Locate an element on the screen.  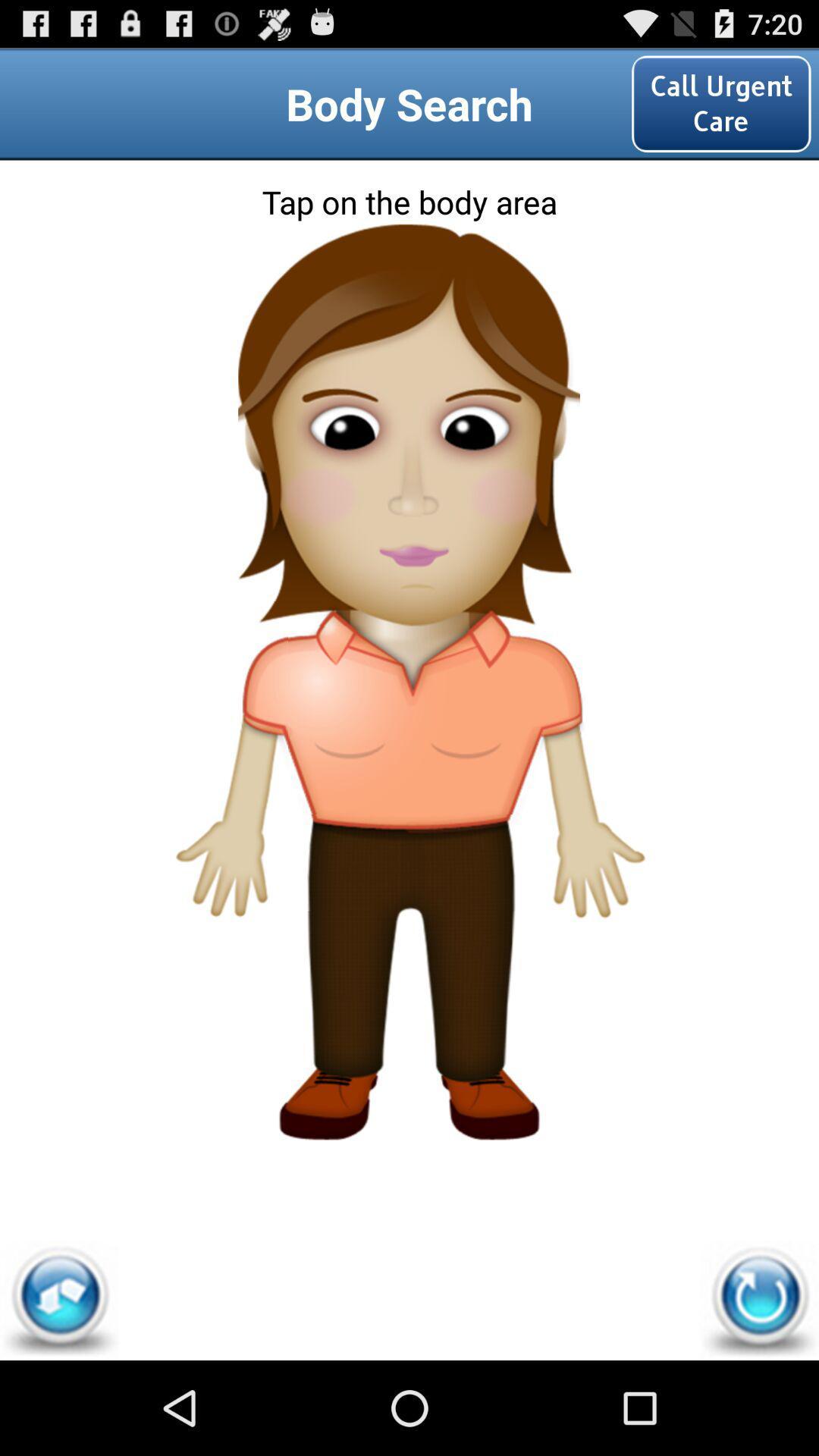
tap on the eye of the character is located at coordinates (408, 406).